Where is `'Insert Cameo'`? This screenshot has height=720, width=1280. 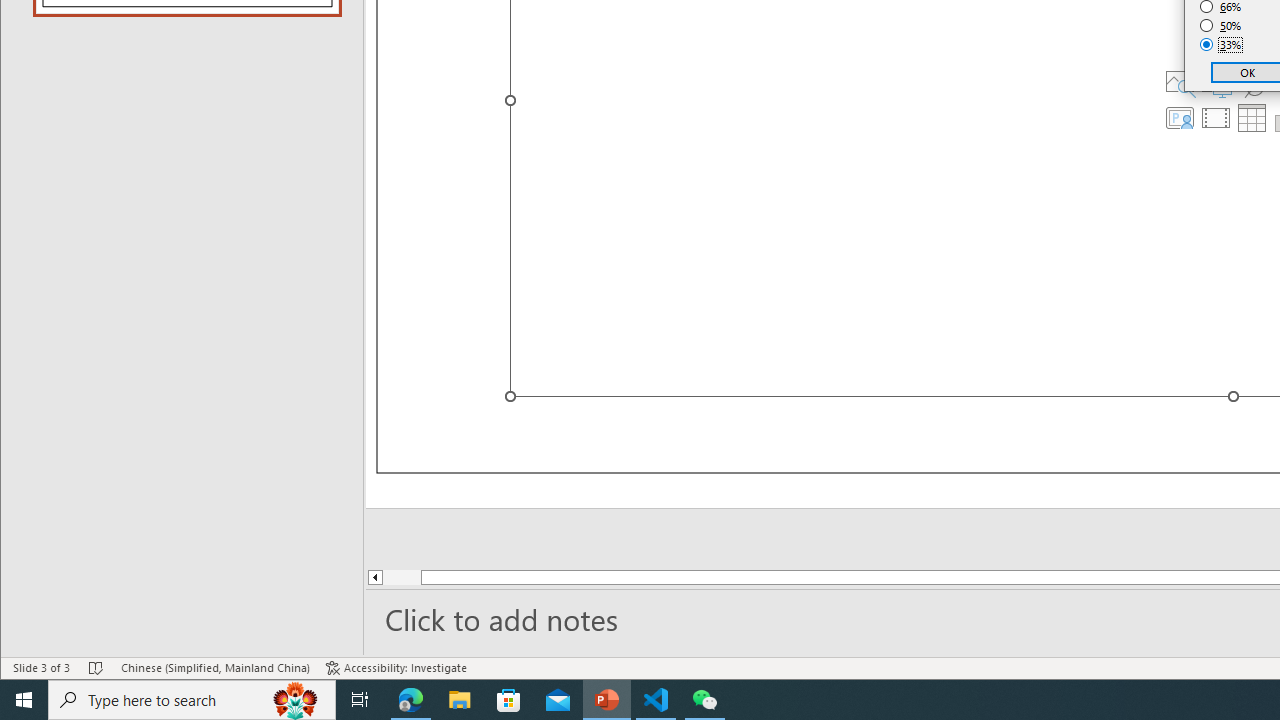 'Insert Cameo' is located at coordinates (1179, 118).